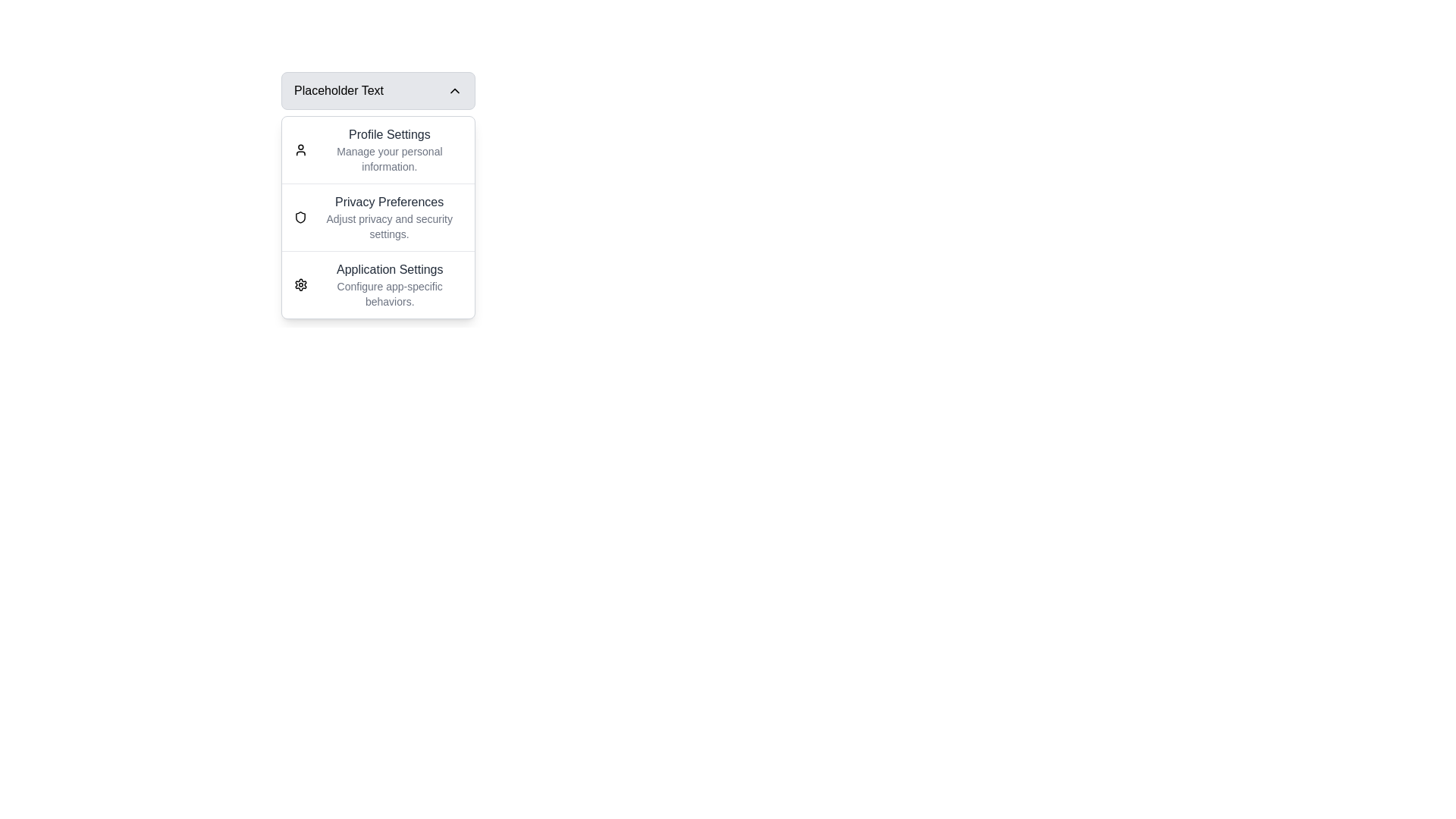 The width and height of the screenshot is (1456, 819). What do you see at coordinates (389, 158) in the screenshot?
I see `the text label providing additional information about the 'Profile Settings' section, located directly underneath the 'Profile Settings' text in the dropdown list` at bounding box center [389, 158].